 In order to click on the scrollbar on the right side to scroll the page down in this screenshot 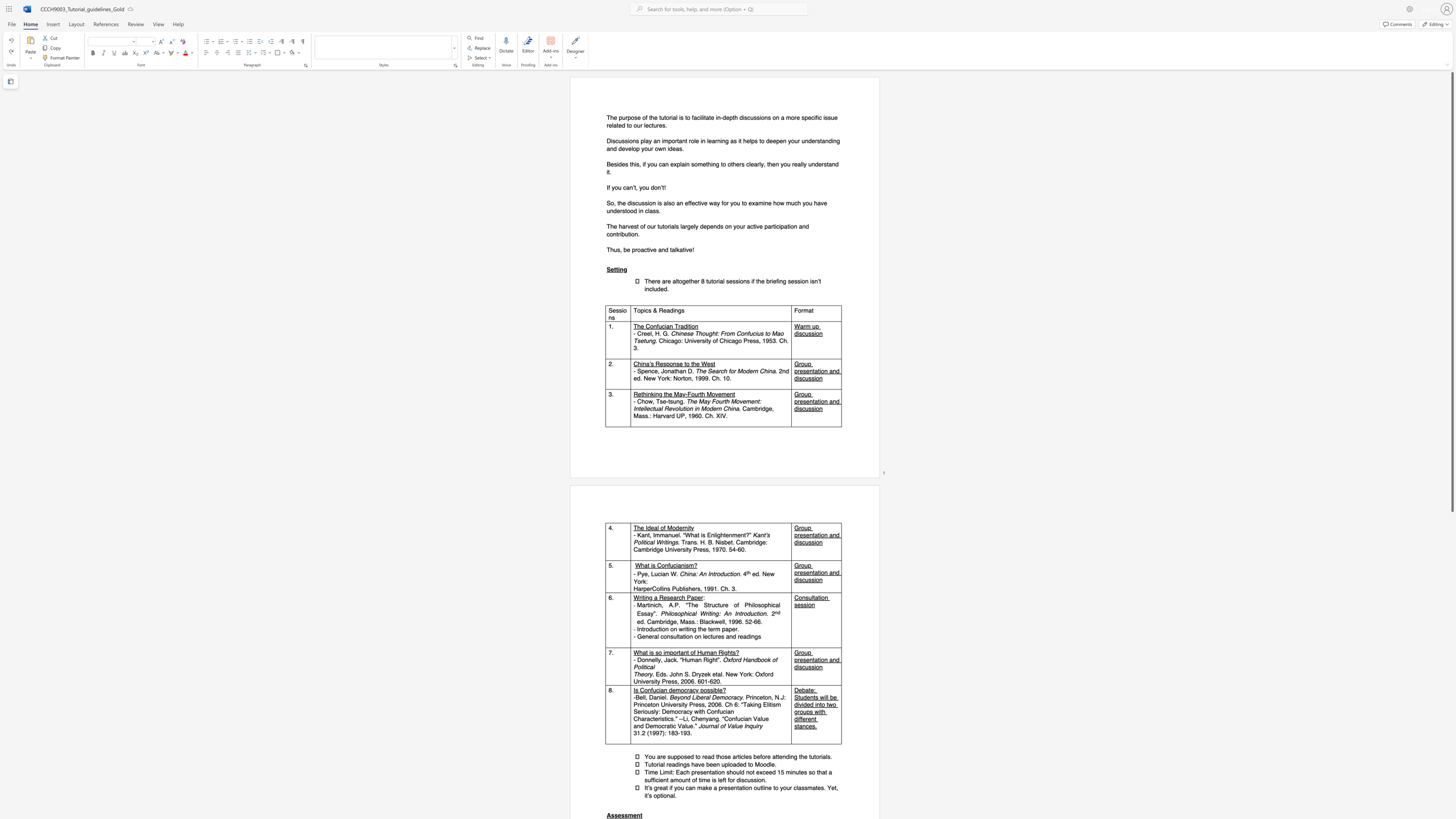, I will do `click(1451, 530)`.